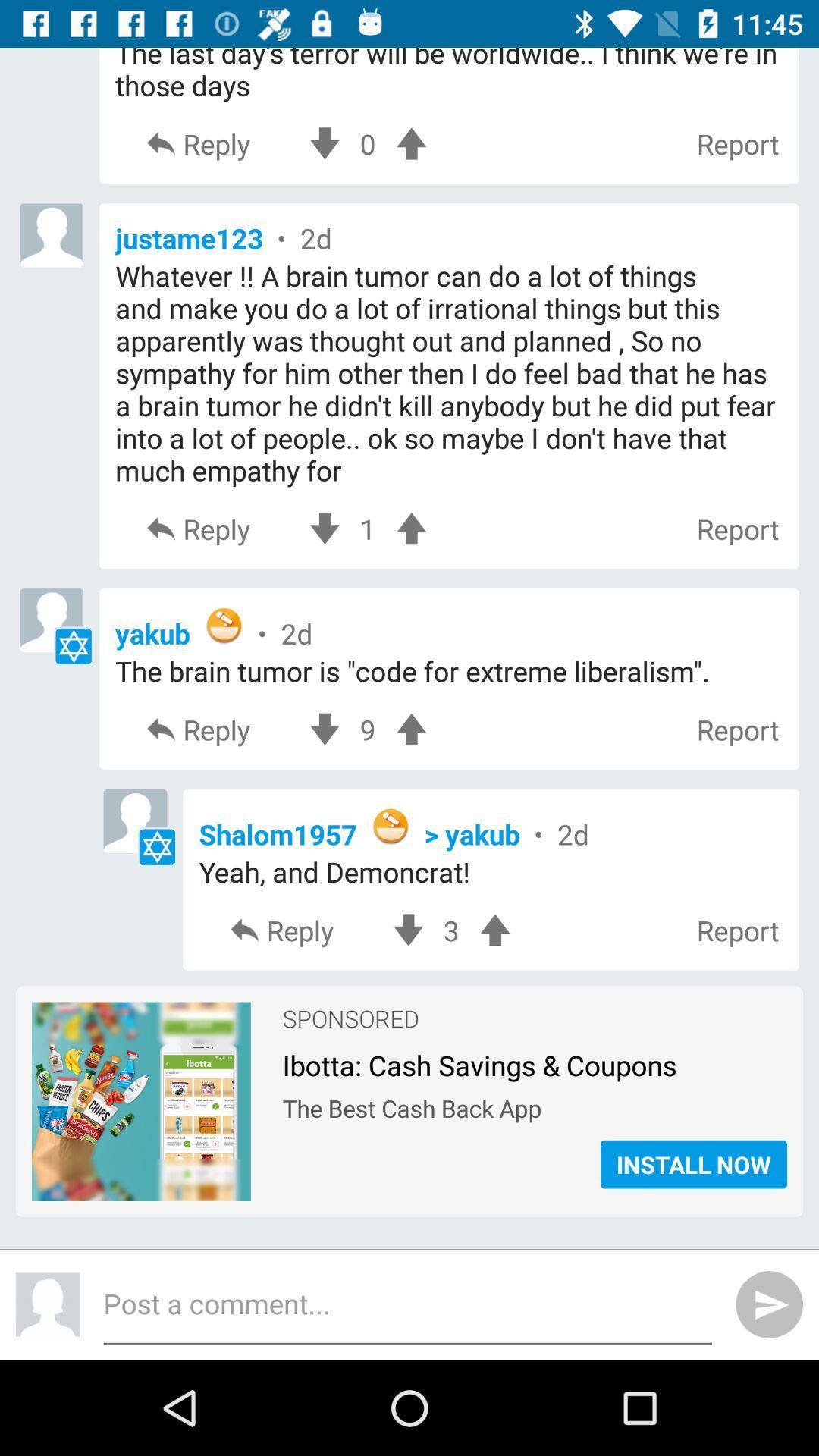 The height and width of the screenshot is (1456, 819). Describe the element at coordinates (534, 1060) in the screenshot. I see `ibotta cash savings` at that location.